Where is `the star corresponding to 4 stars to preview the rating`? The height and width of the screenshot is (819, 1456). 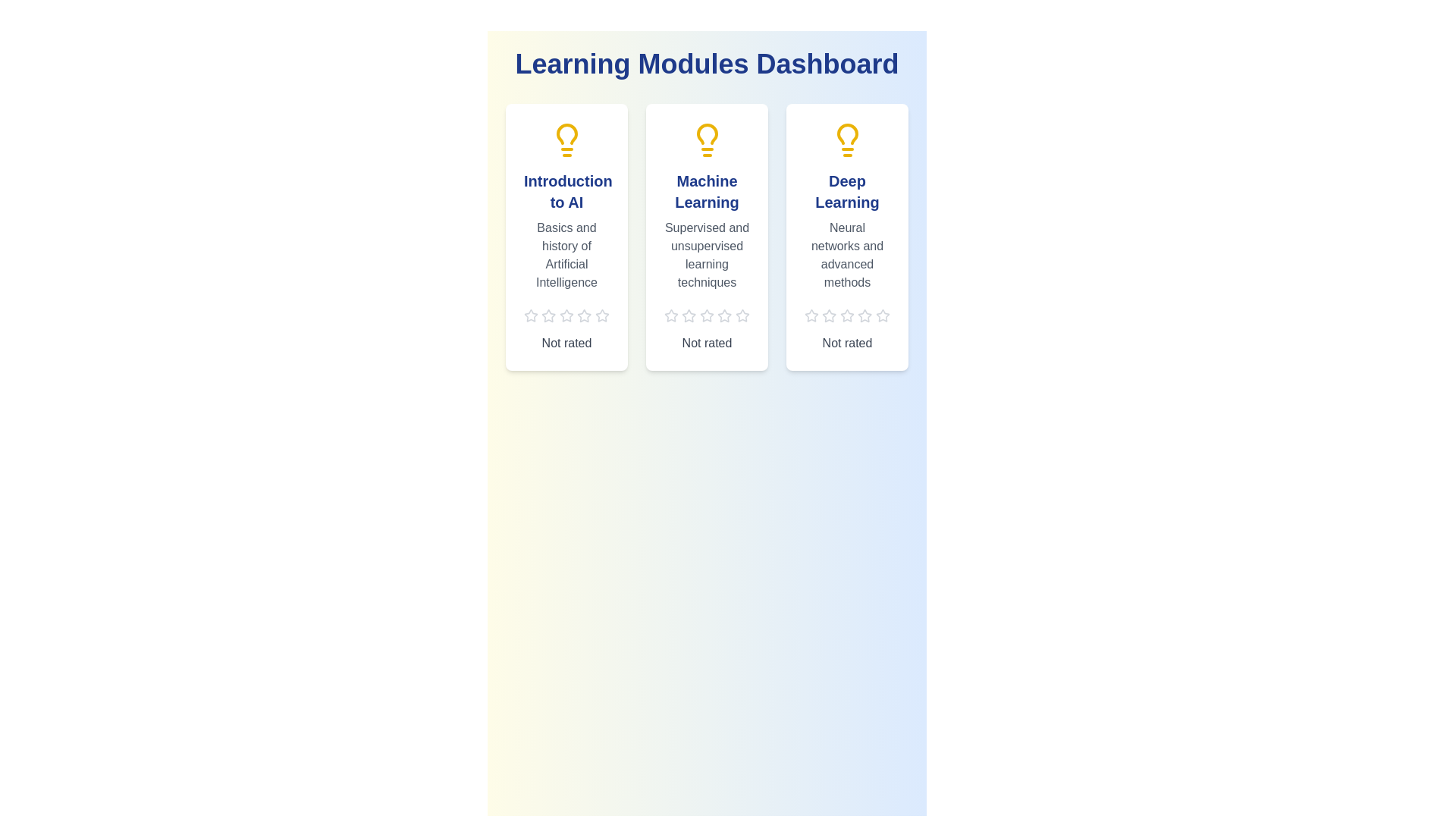
the star corresponding to 4 stars to preview the rating is located at coordinates (583, 315).